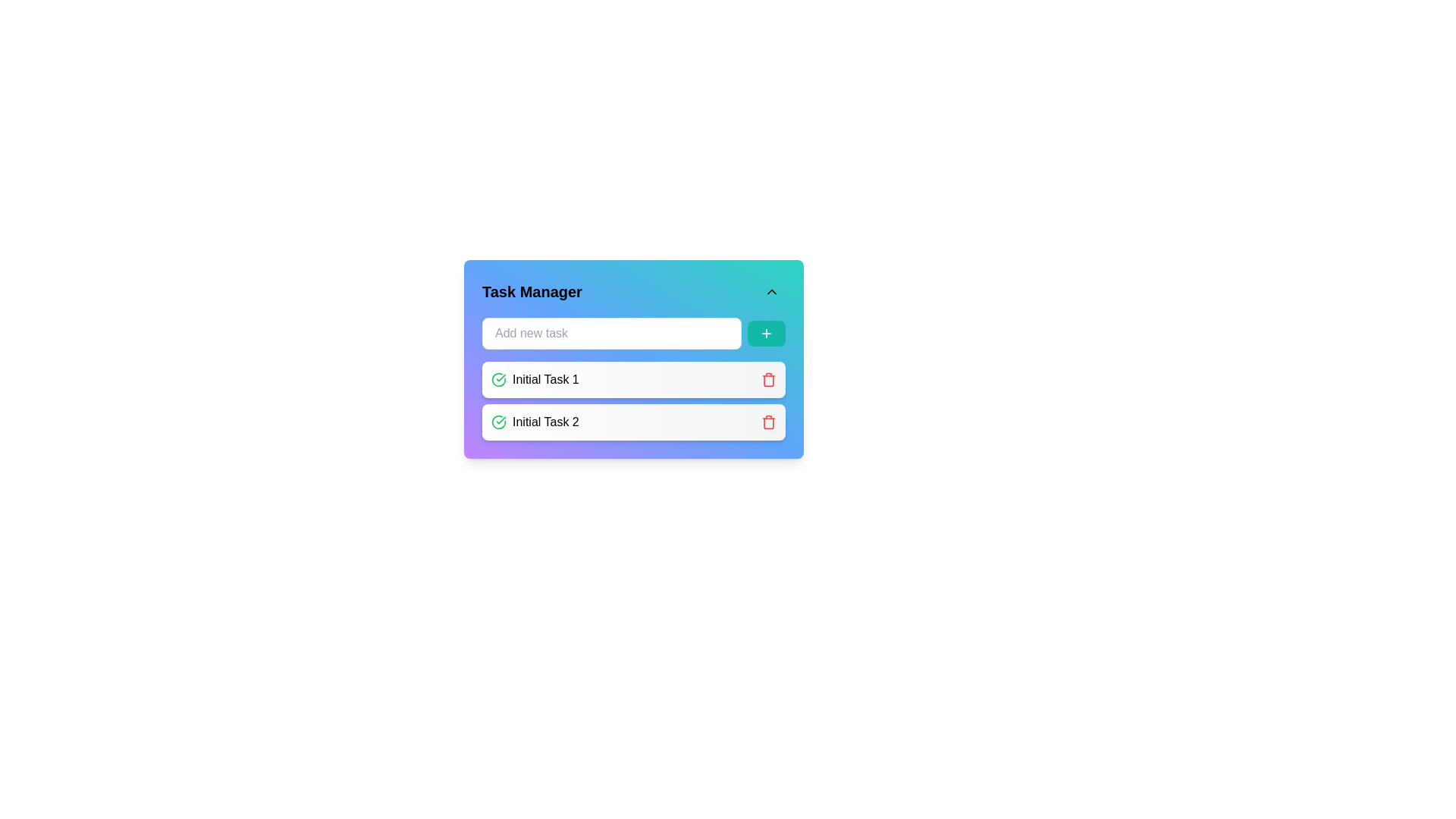 This screenshot has width=1456, height=819. What do you see at coordinates (771, 292) in the screenshot?
I see `the upward-pointing chevron icon located in the top right corner of the panel, which is embedded within a circular button above the task input field` at bounding box center [771, 292].